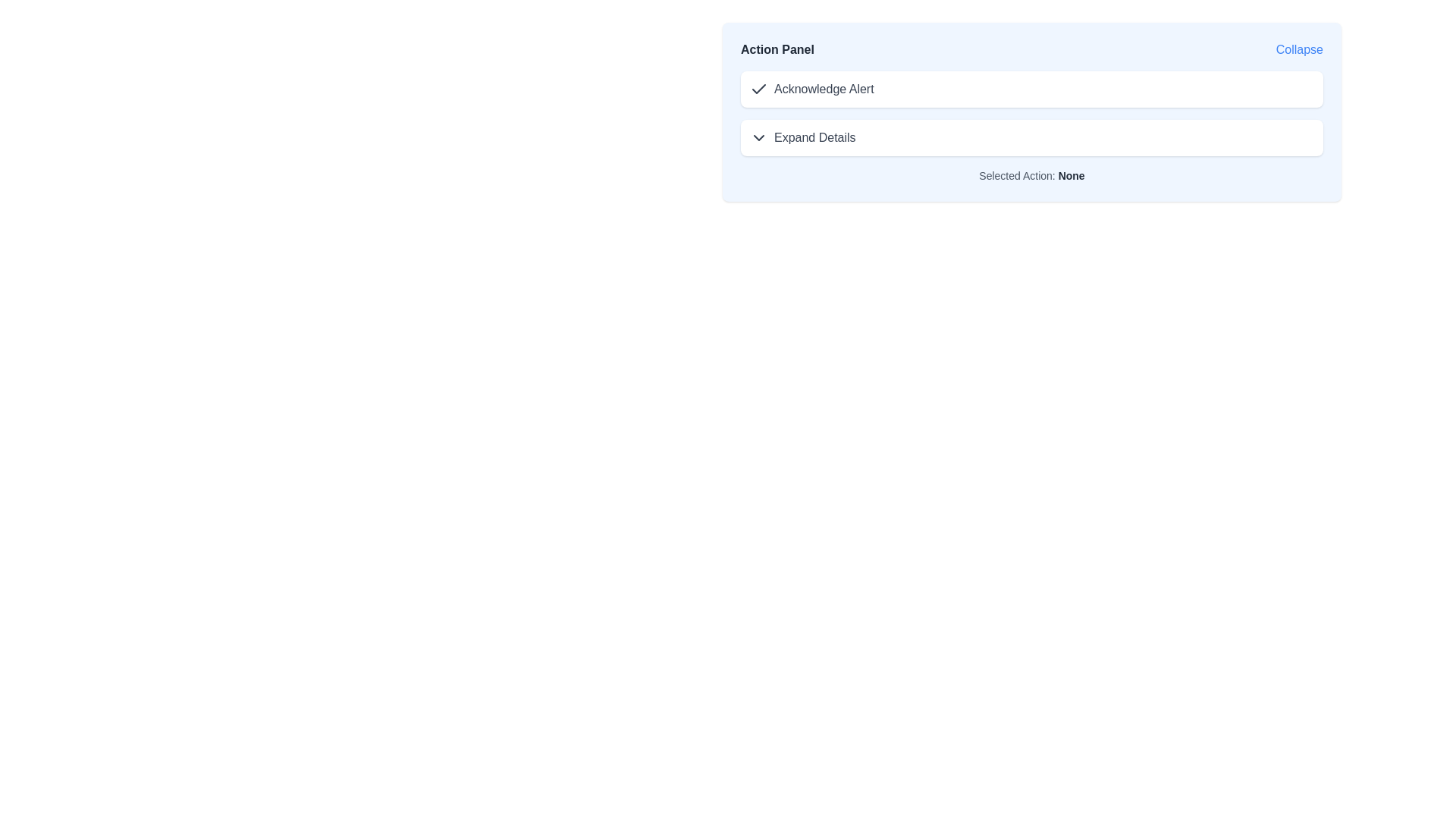 The height and width of the screenshot is (819, 1456). Describe the element at coordinates (1031, 113) in the screenshot. I see `the Interactive section with multiple selectable subsections in the 'Action Panel'` at that location.